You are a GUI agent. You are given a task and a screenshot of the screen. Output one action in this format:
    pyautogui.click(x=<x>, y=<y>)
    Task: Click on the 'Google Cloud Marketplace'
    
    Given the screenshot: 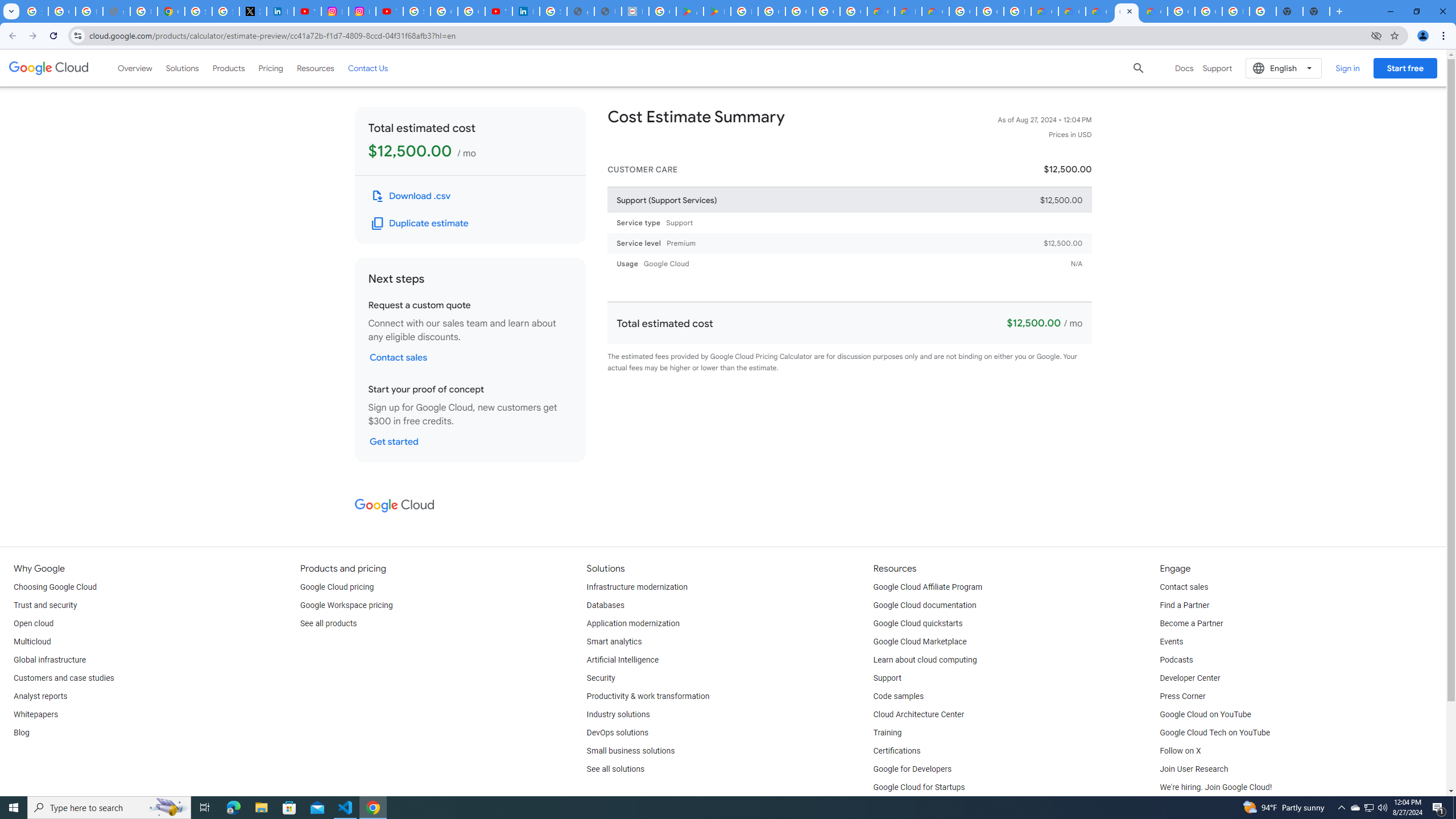 What is the action you would take?
    pyautogui.click(x=920, y=641)
    